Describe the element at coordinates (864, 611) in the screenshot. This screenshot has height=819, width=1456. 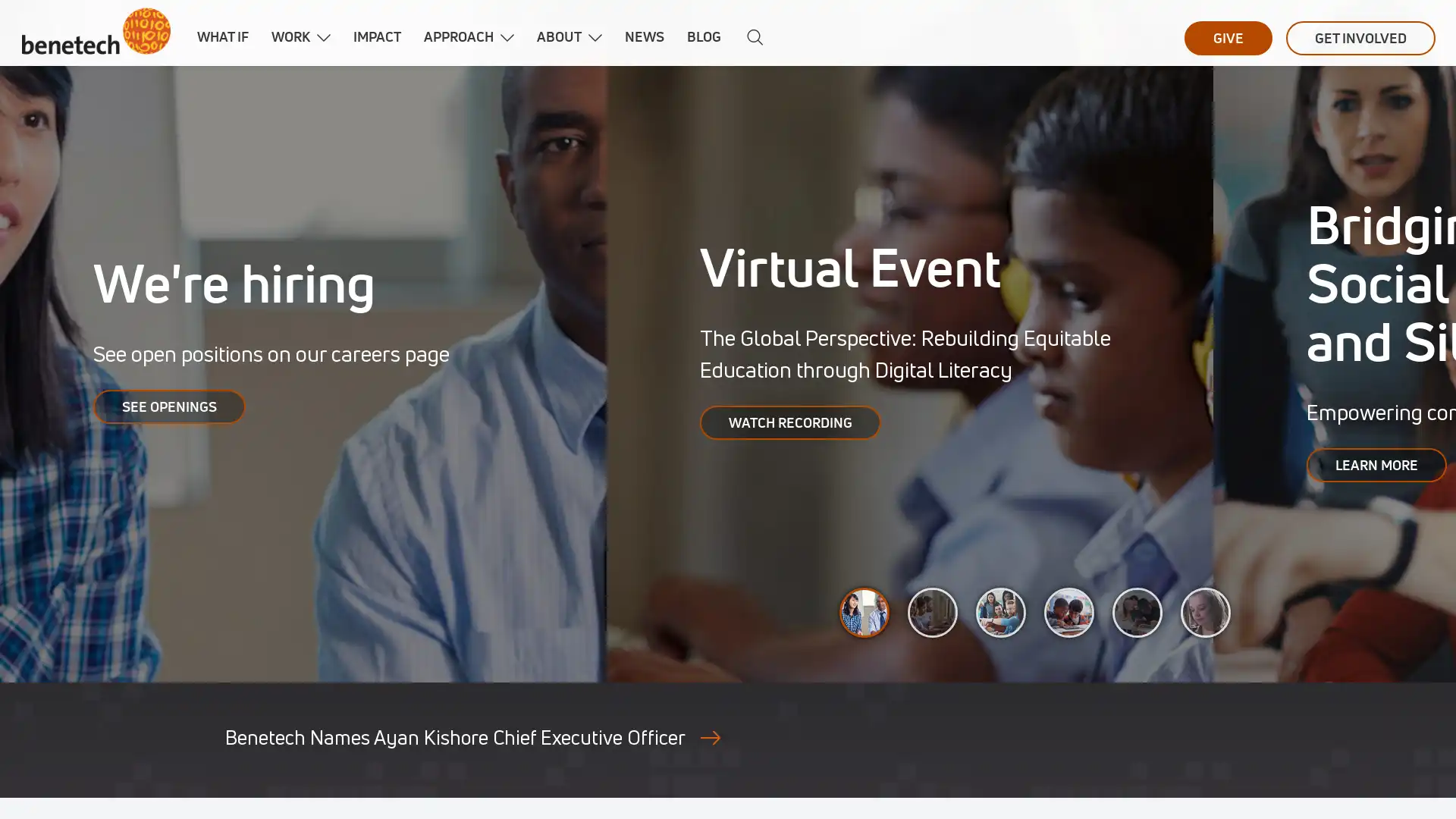
I see `We're hiring` at that location.